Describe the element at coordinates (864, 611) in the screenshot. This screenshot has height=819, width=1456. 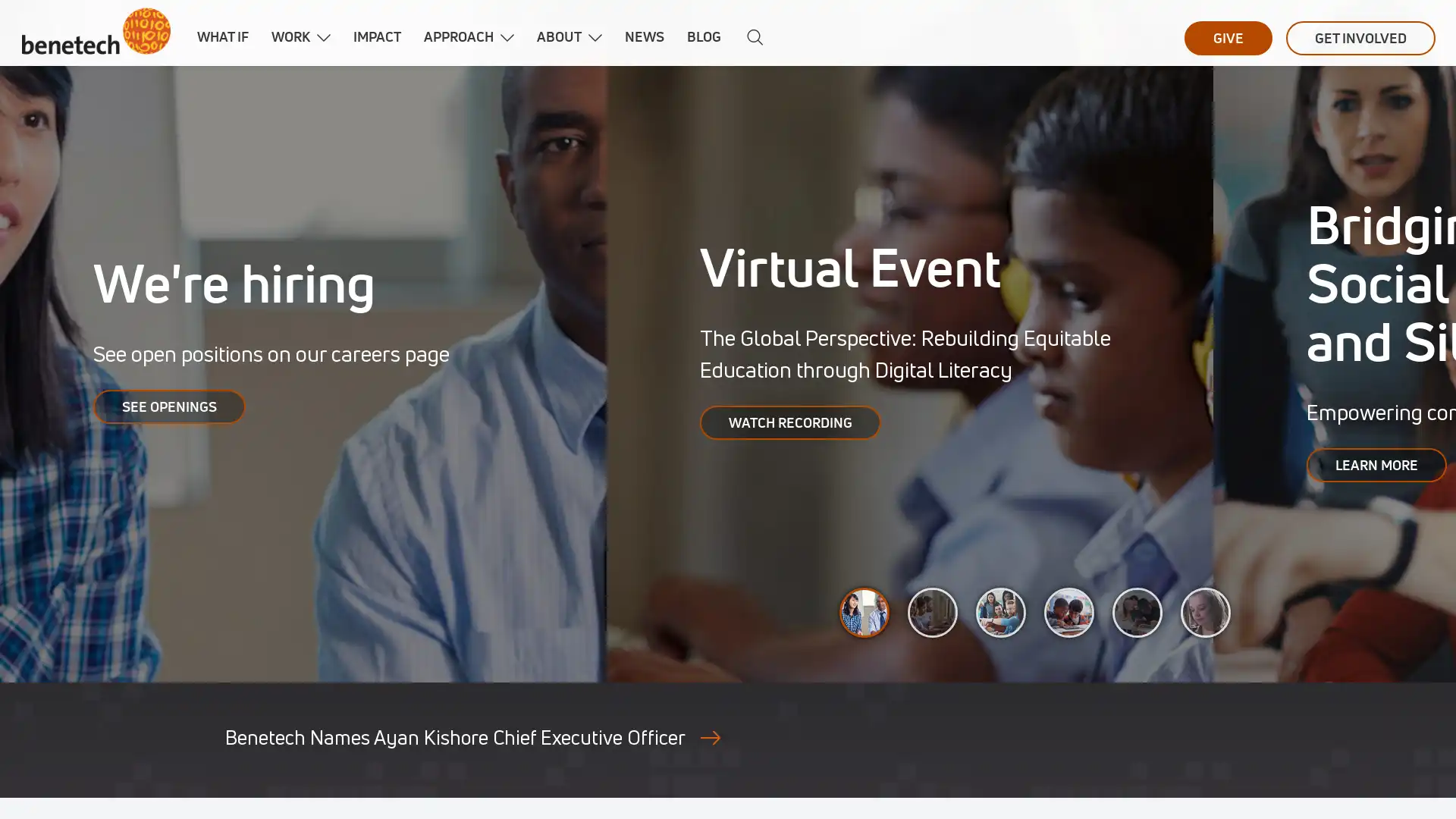
I see `We're hiring` at that location.